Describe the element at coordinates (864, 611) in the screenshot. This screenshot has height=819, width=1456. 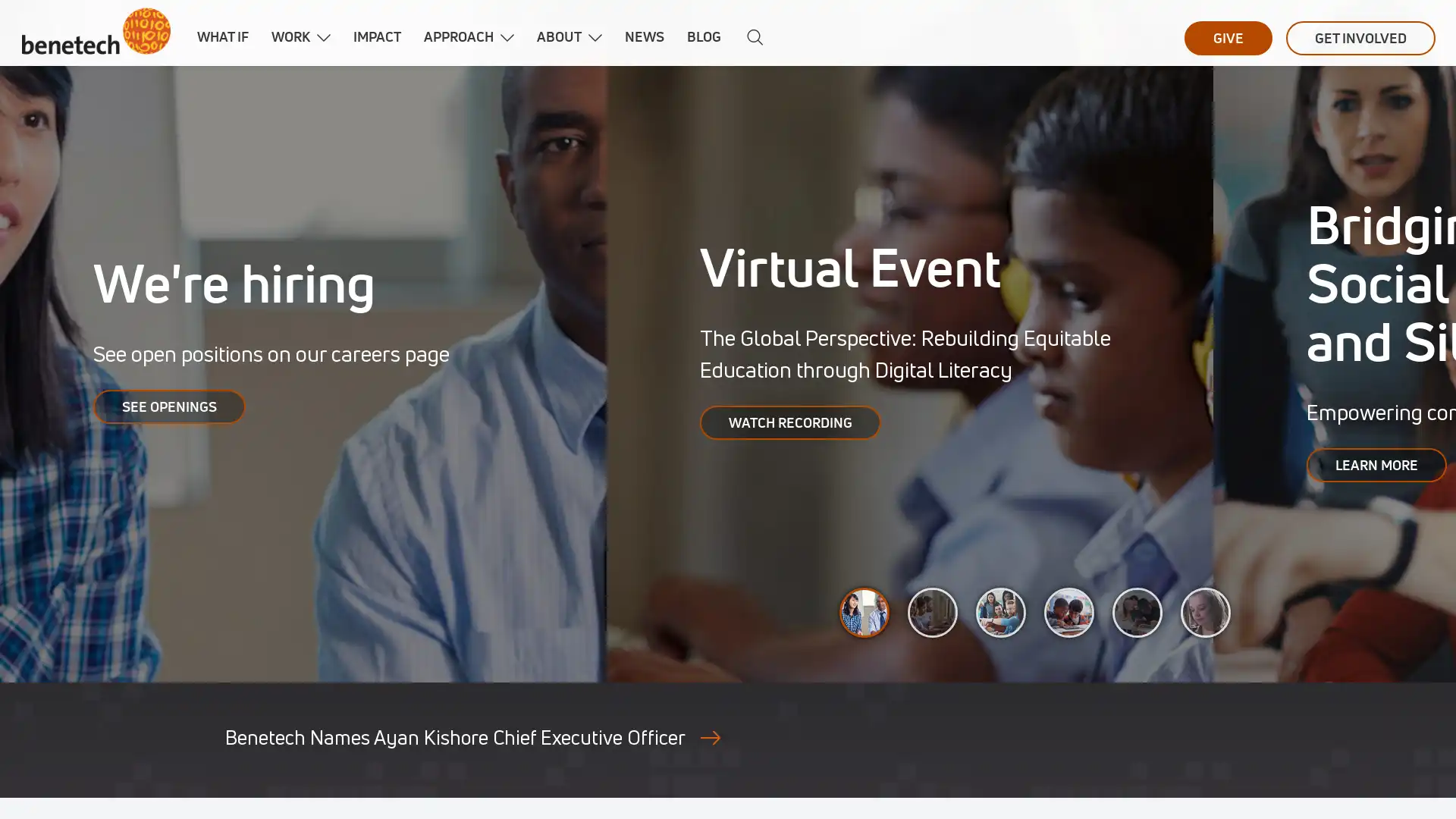
I see `We're hiring` at that location.